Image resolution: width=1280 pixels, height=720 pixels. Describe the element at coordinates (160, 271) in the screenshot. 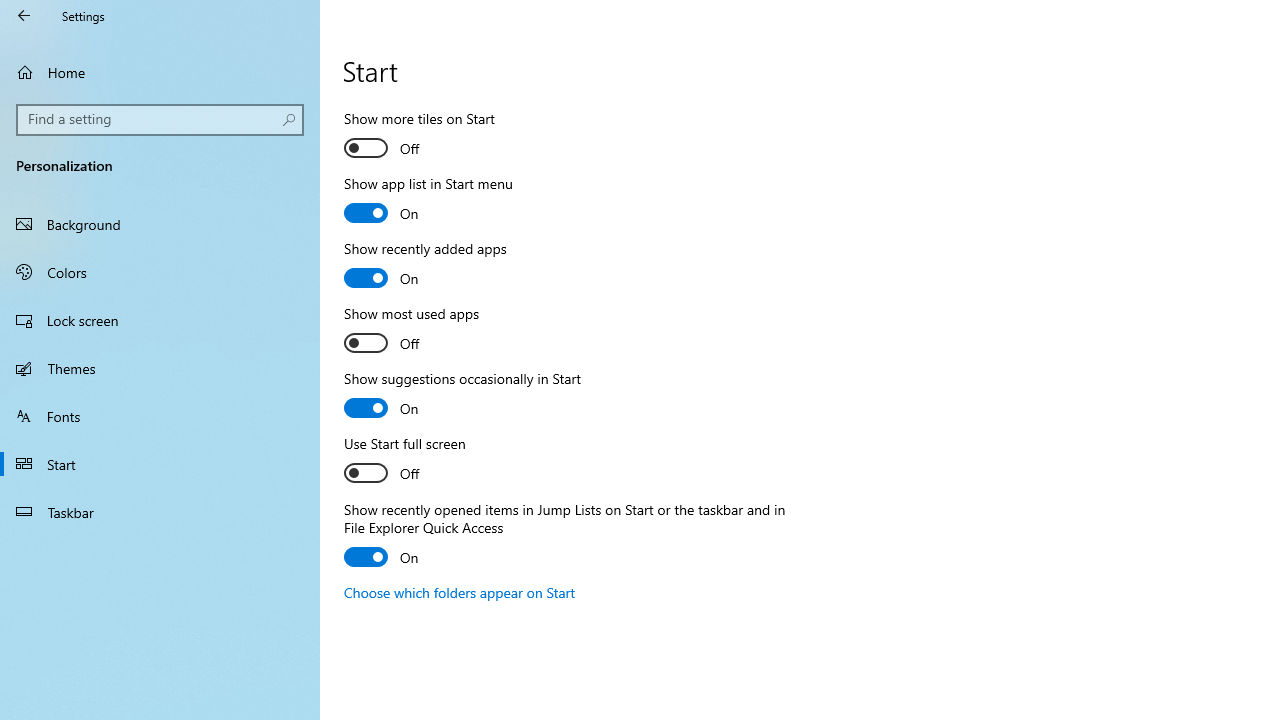

I see `'Colors'` at that location.